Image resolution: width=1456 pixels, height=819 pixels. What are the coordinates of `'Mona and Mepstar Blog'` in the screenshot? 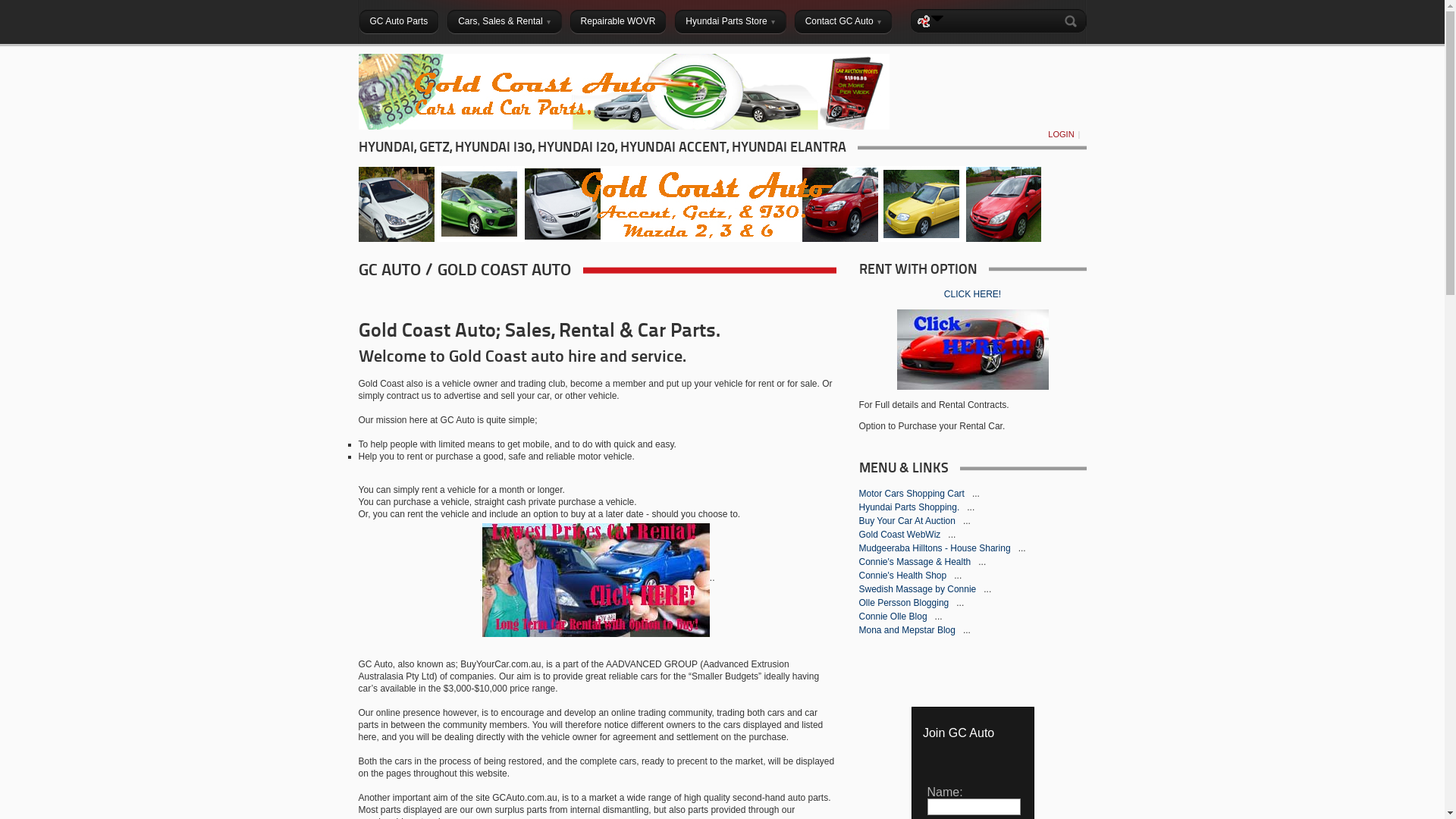 It's located at (908, 629).